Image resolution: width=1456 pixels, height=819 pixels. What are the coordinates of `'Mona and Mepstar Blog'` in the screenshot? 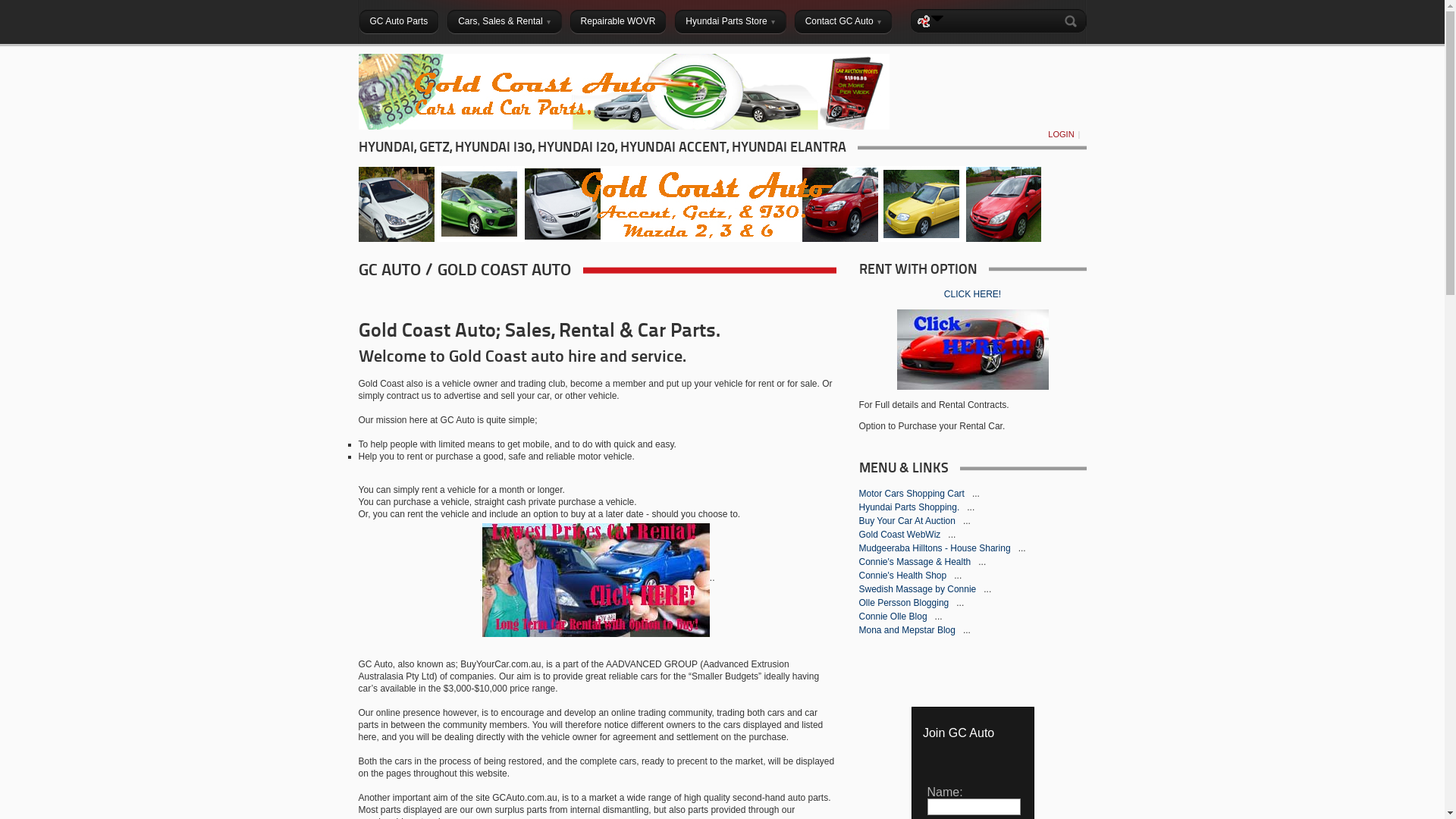 It's located at (908, 629).